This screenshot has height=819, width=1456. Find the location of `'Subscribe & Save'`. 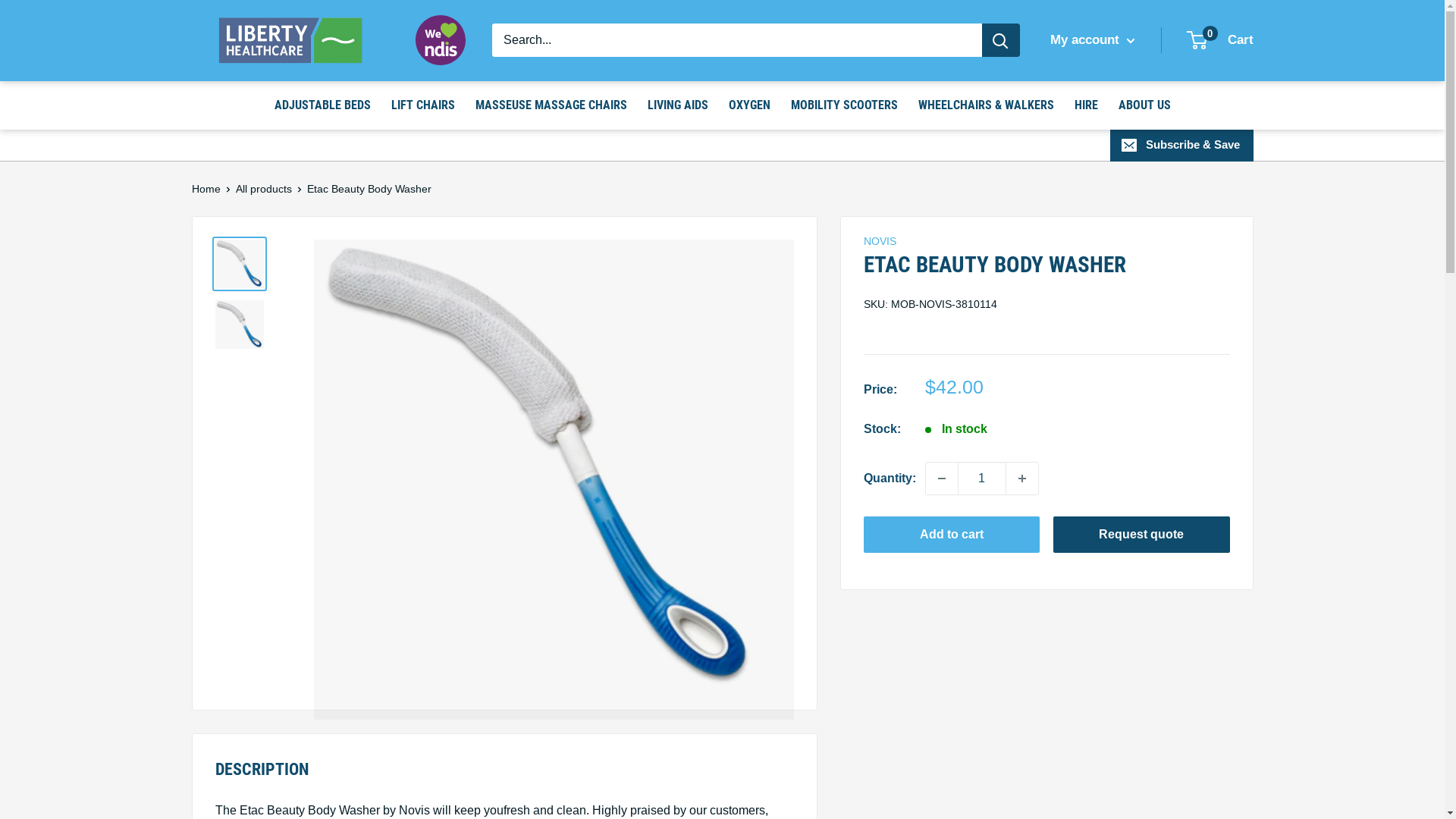

'Subscribe & Save' is located at coordinates (1181, 145).